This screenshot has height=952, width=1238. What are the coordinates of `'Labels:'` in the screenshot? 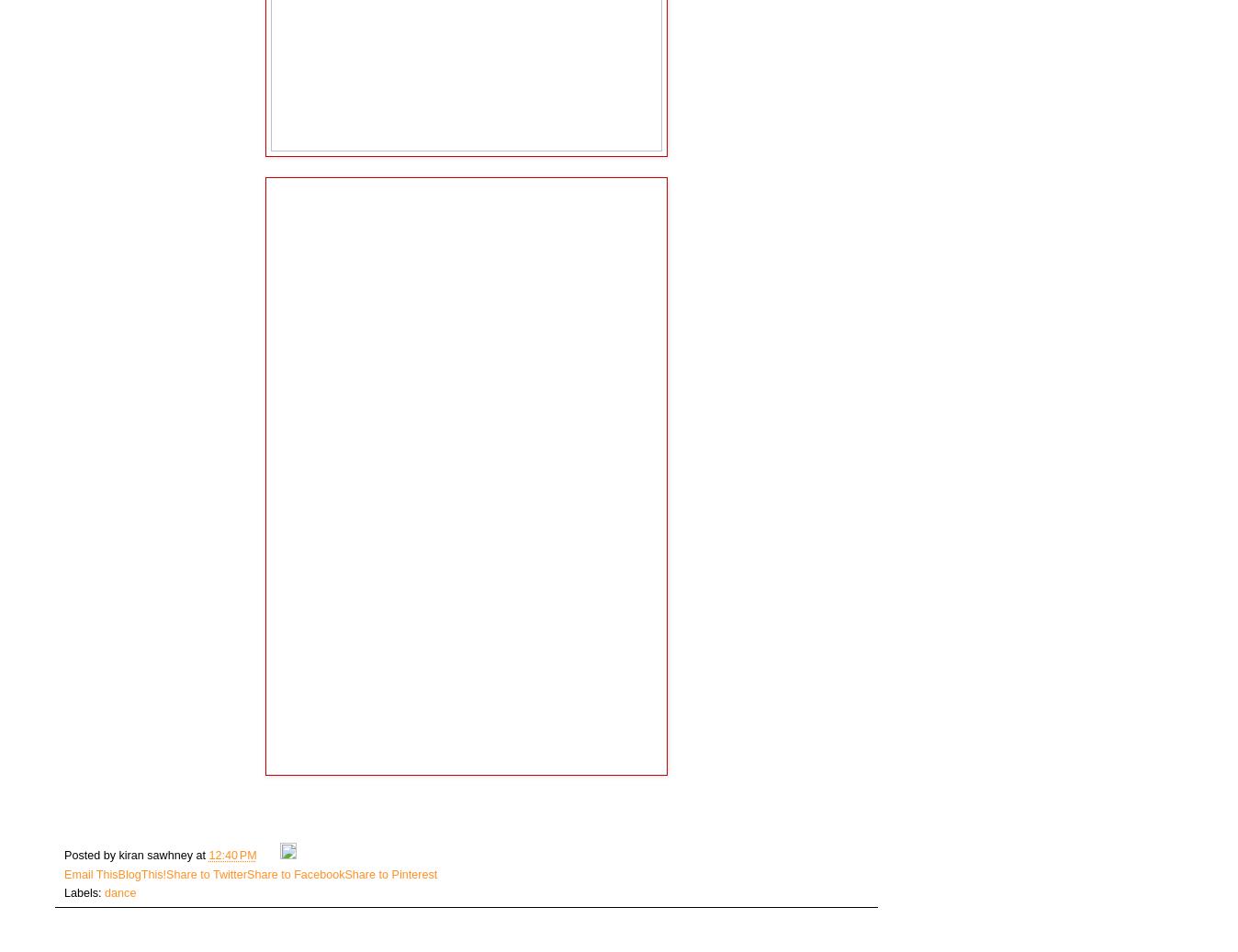 It's located at (62, 891).